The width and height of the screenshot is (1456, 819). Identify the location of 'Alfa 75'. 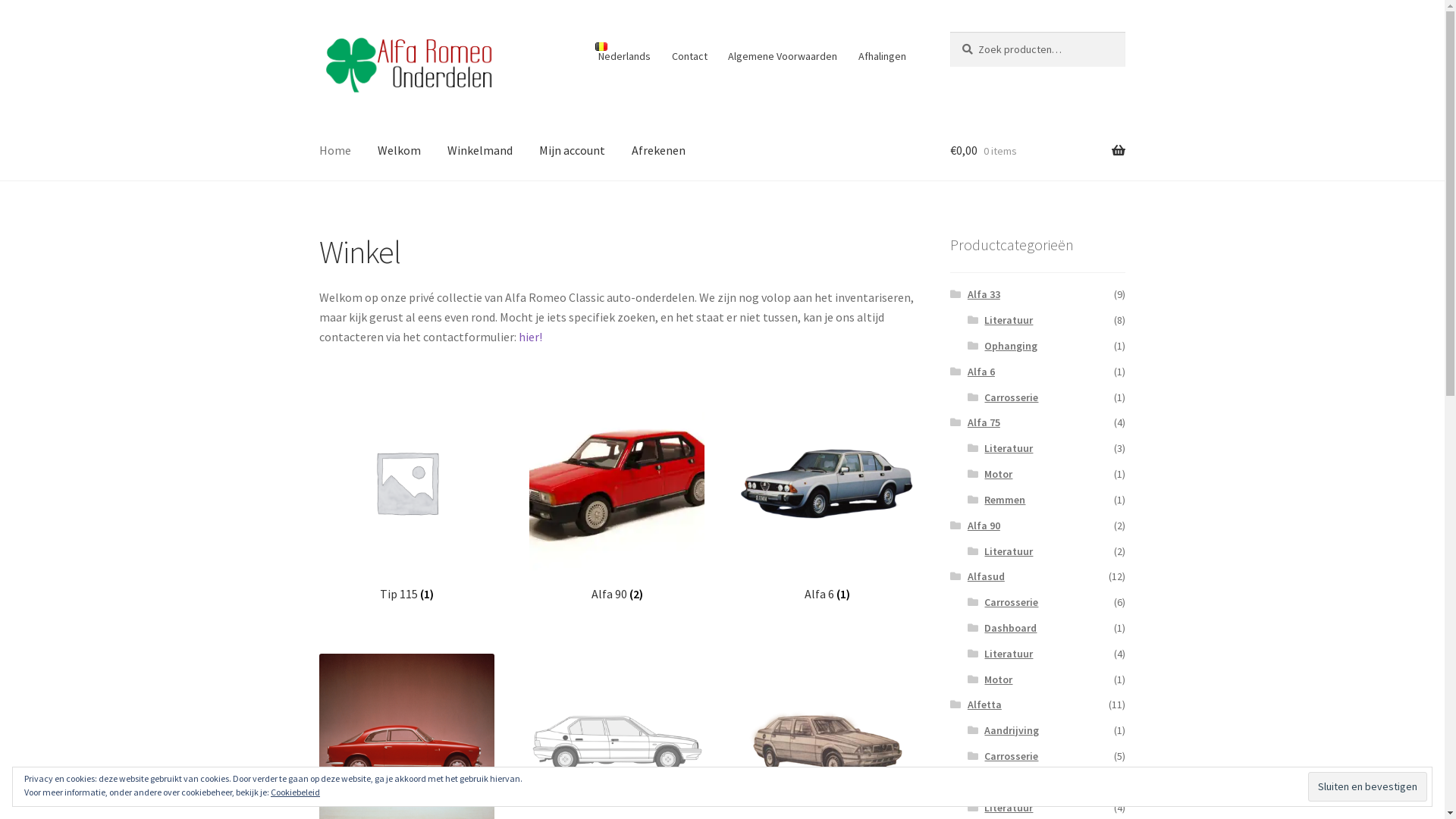
(984, 422).